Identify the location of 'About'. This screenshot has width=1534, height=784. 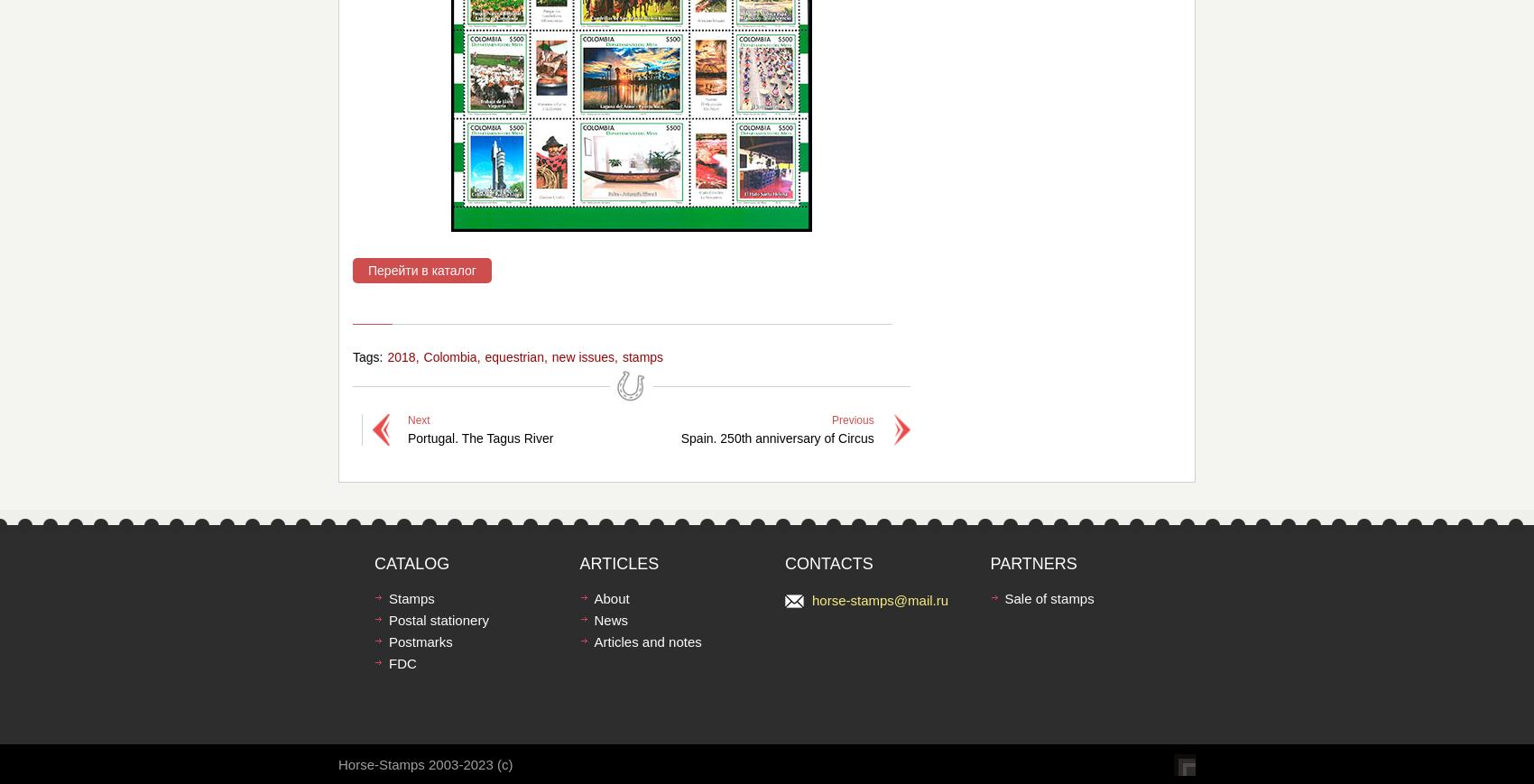
(594, 598).